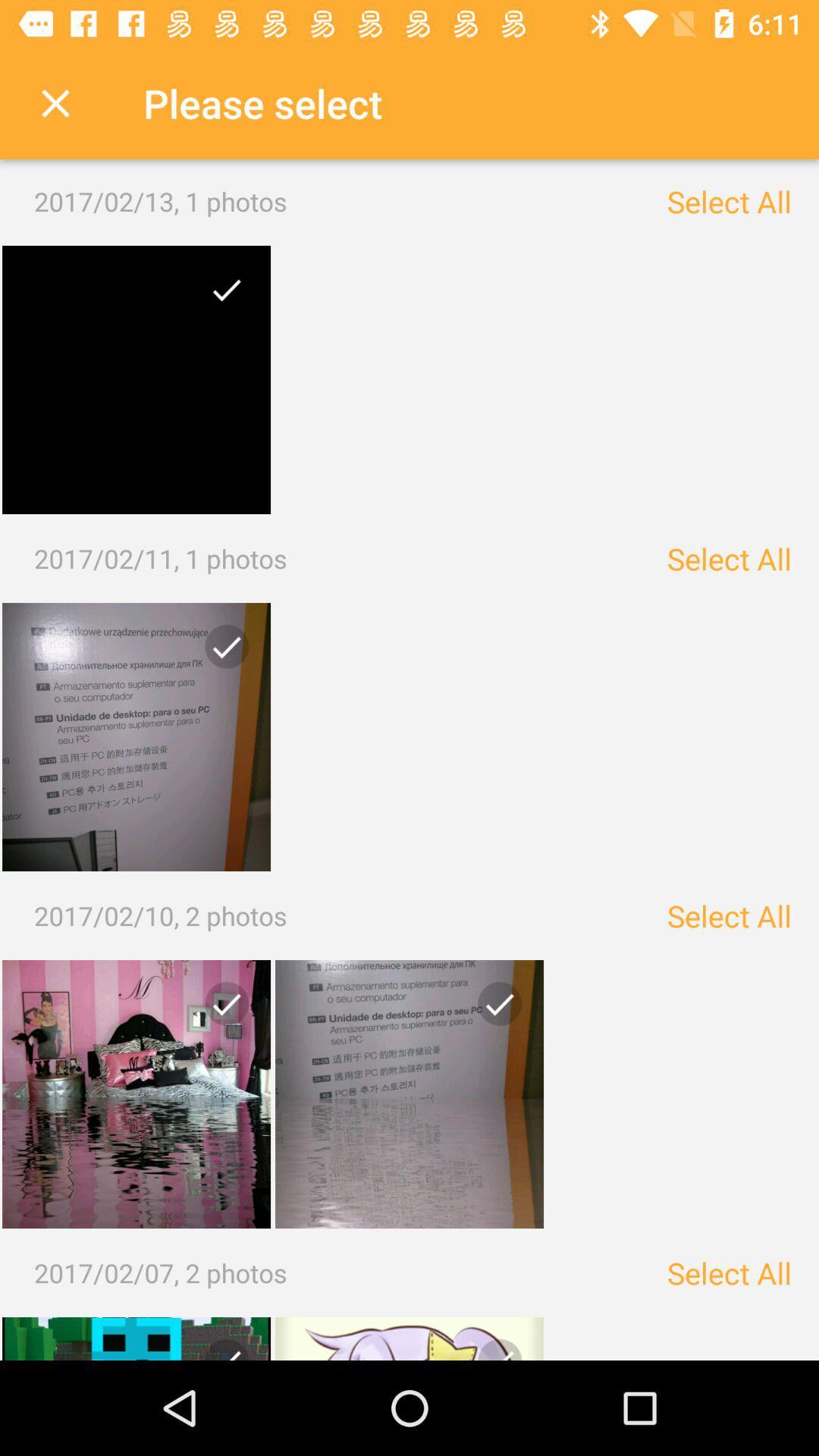 The image size is (819, 1456). Describe the element at coordinates (136, 379) in the screenshot. I see `it is a selected item` at that location.